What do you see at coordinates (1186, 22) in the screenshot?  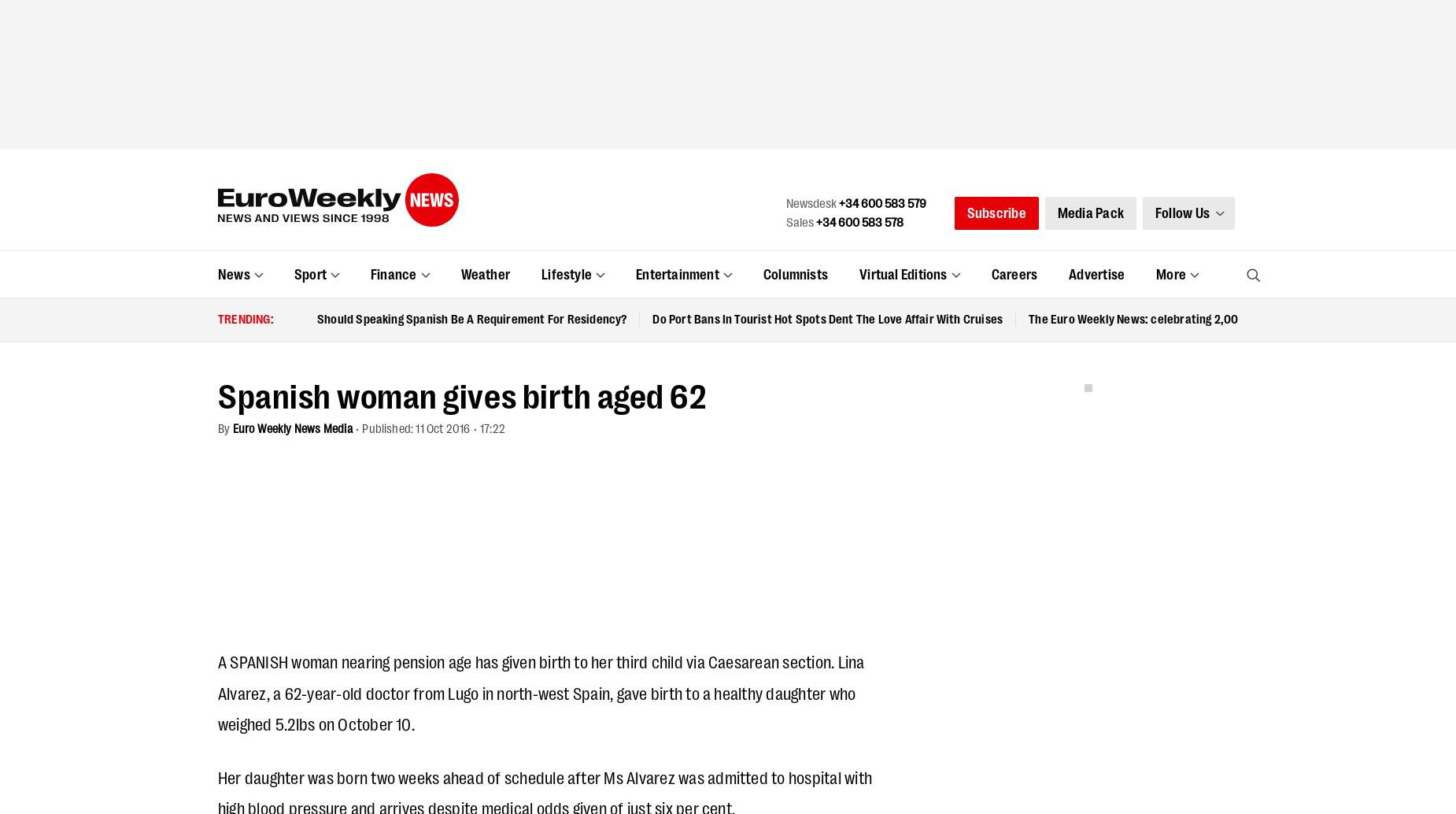 I see `'Close'` at bounding box center [1186, 22].